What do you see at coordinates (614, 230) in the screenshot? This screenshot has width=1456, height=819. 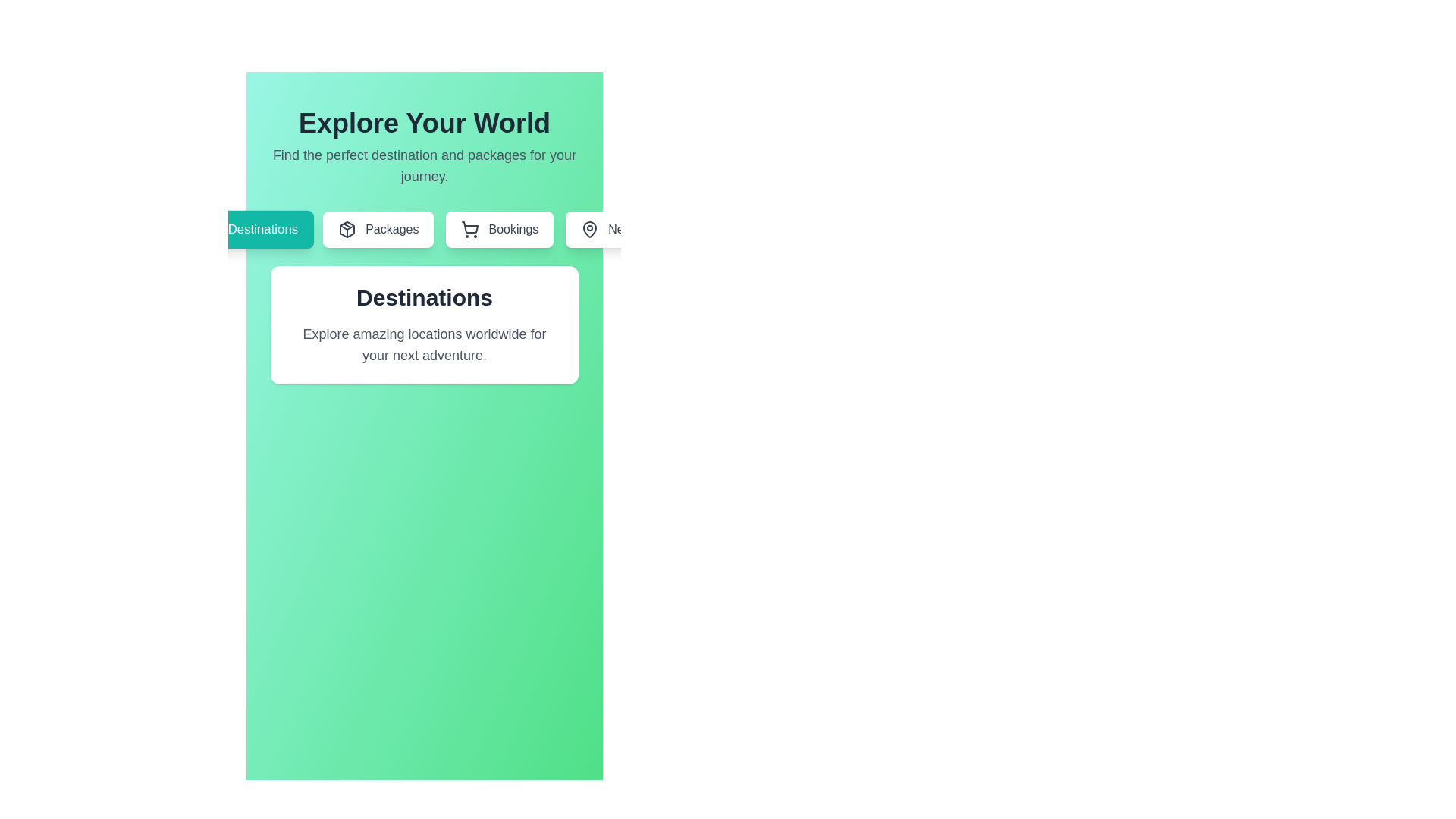 I see `the tab button labeled 'Nearby' to switch to its corresponding content` at bounding box center [614, 230].